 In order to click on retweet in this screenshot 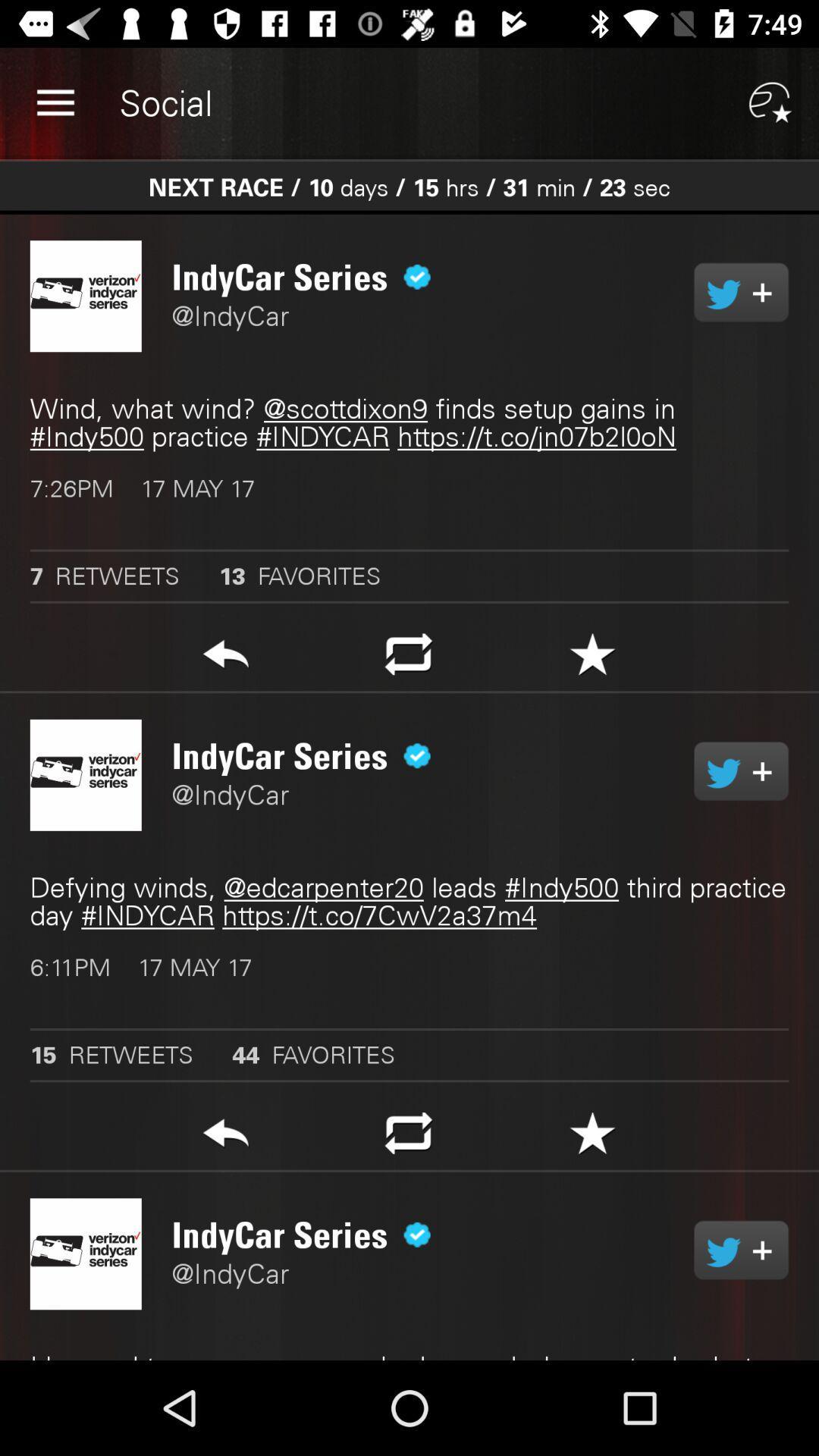, I will do `click(740, 292)`.